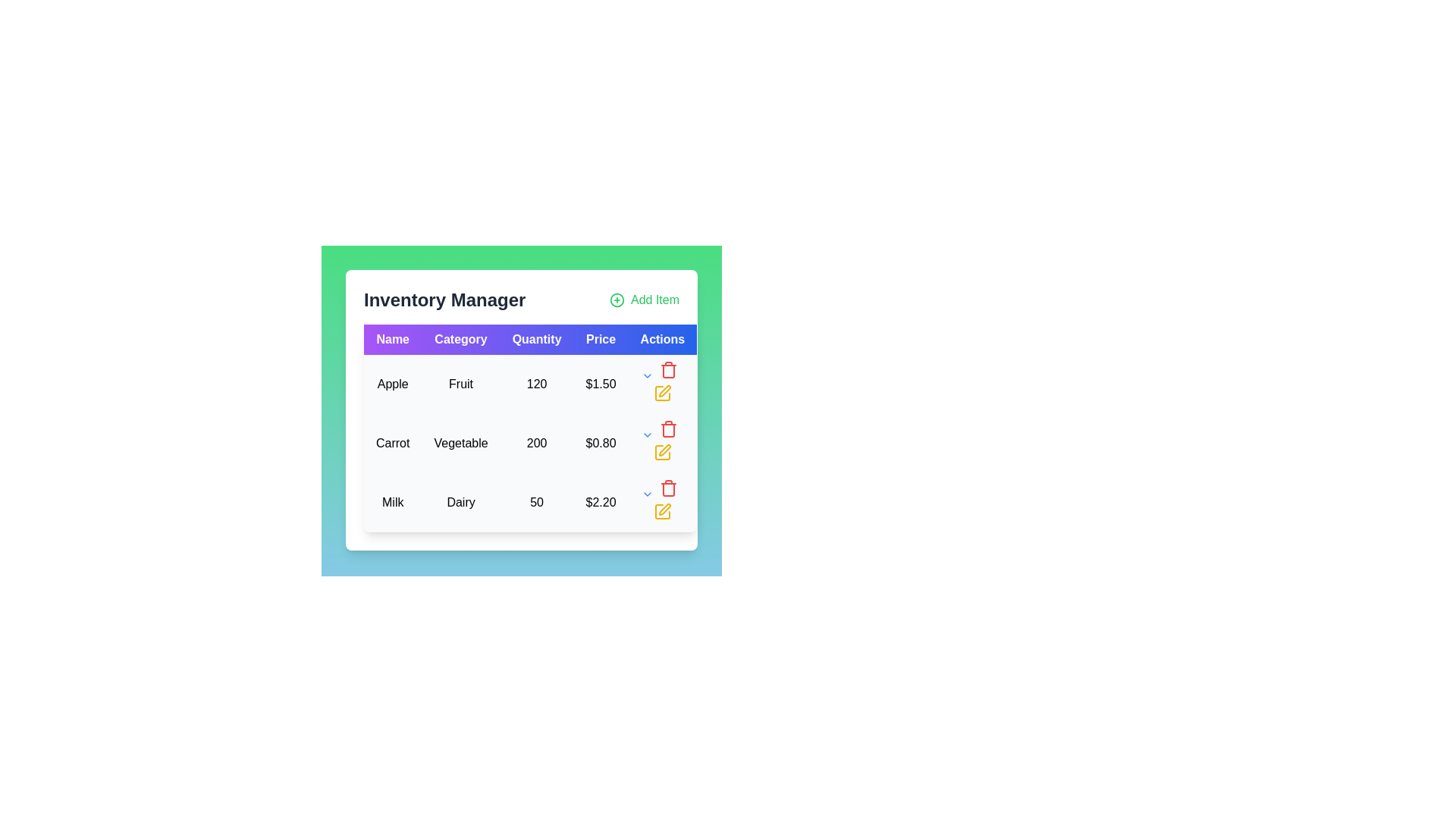 The image size is (1456, 819). I want to click on the 'Actions' label in the table header, which is styled with bold white text on a blue background and is the rightmost cell in the top row under 'Inventory Manager', so click(662, 338).